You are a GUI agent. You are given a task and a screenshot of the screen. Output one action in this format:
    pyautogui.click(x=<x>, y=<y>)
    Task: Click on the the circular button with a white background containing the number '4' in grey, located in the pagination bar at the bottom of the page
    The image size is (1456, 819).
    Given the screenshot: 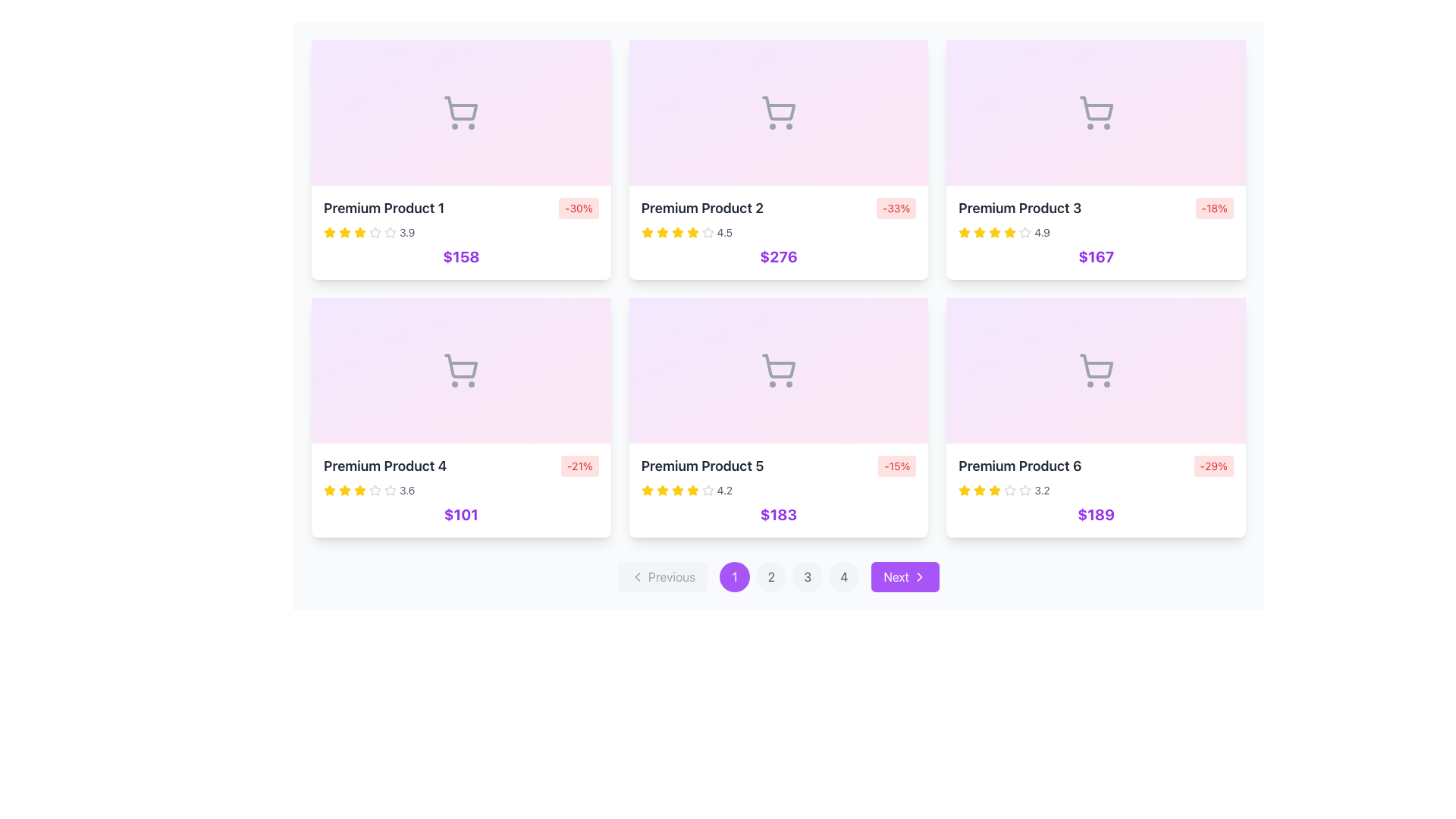 What is the action you would take?
    pyautogui.click(x=843, y=576)
    